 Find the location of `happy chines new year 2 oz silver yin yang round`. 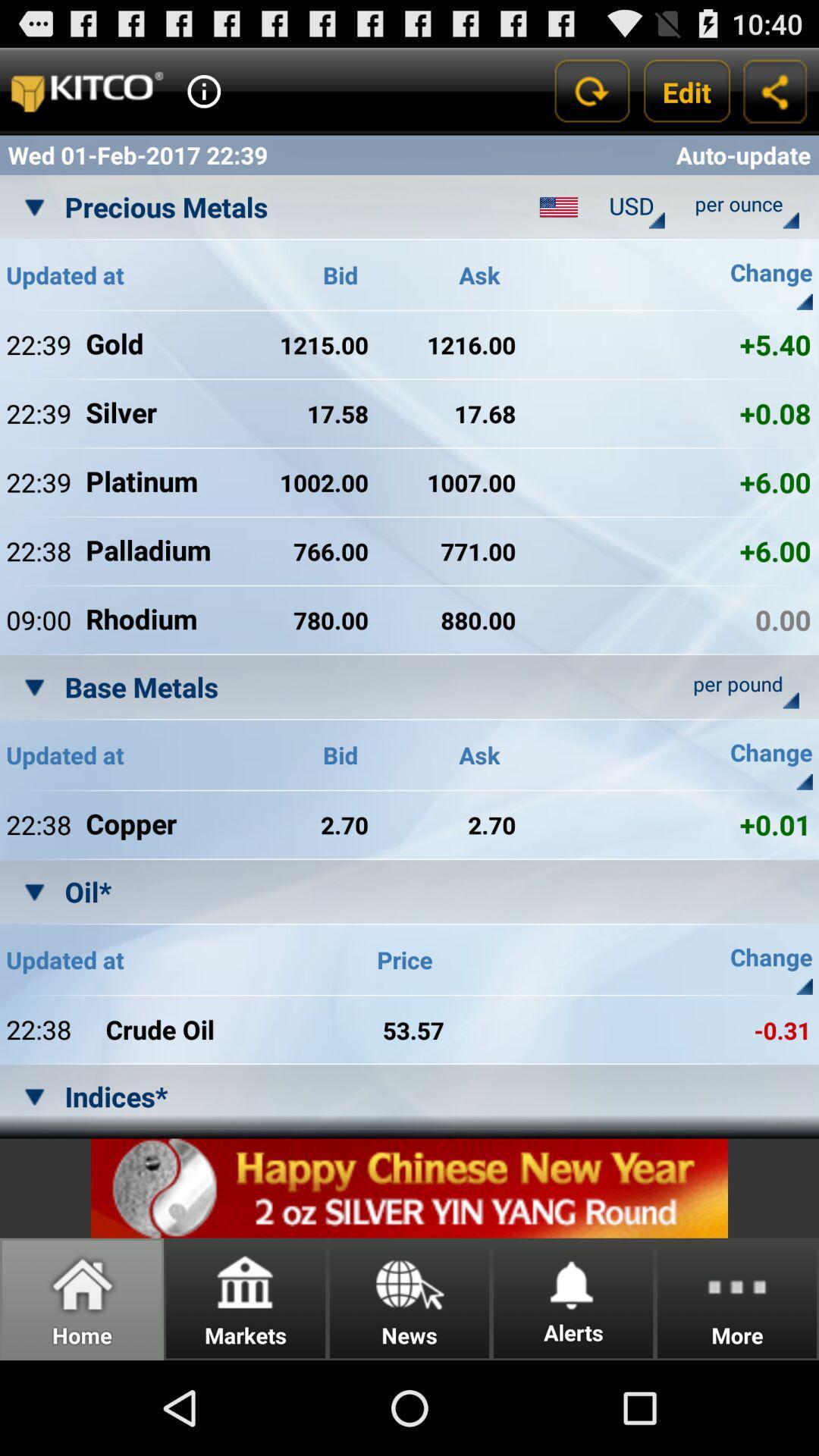

happy chines new year 2 oz silver yin yang round is located at coordinates (409, 1188).